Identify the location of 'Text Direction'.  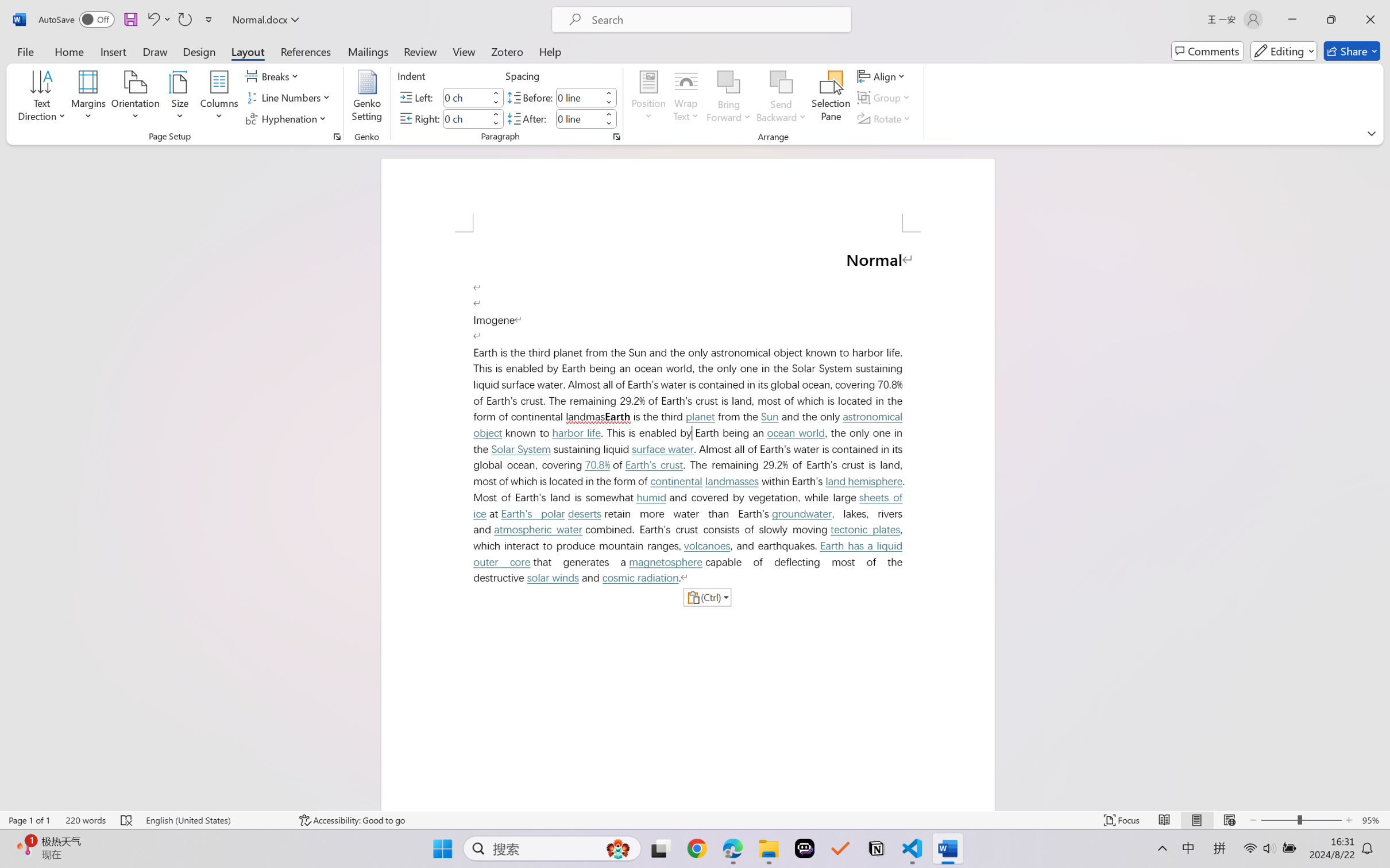
(42, 98).